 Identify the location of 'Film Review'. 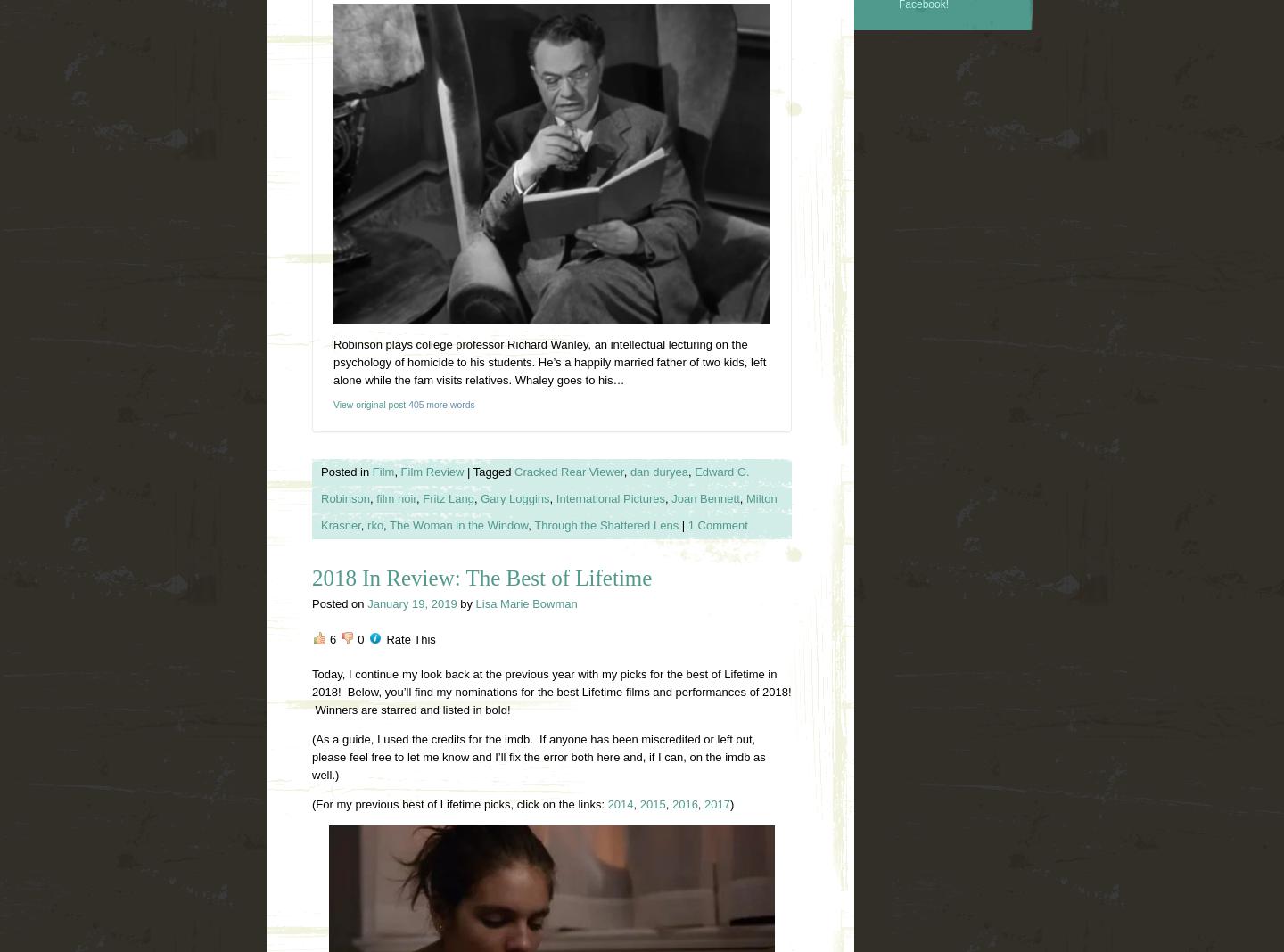
(399, 471).